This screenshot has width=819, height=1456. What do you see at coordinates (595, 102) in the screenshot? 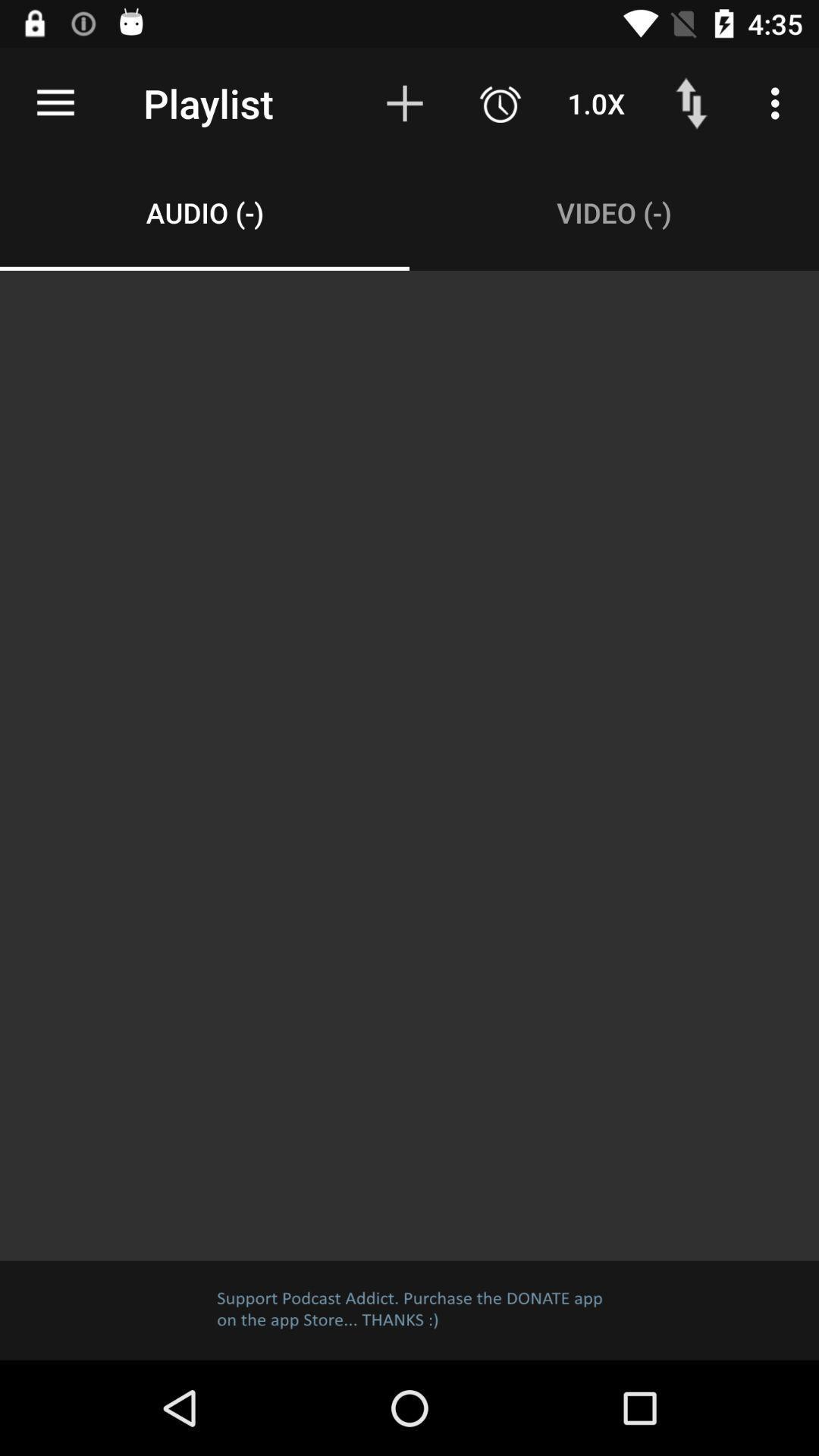
I see `1.0x` at bounding box center [595, 102].